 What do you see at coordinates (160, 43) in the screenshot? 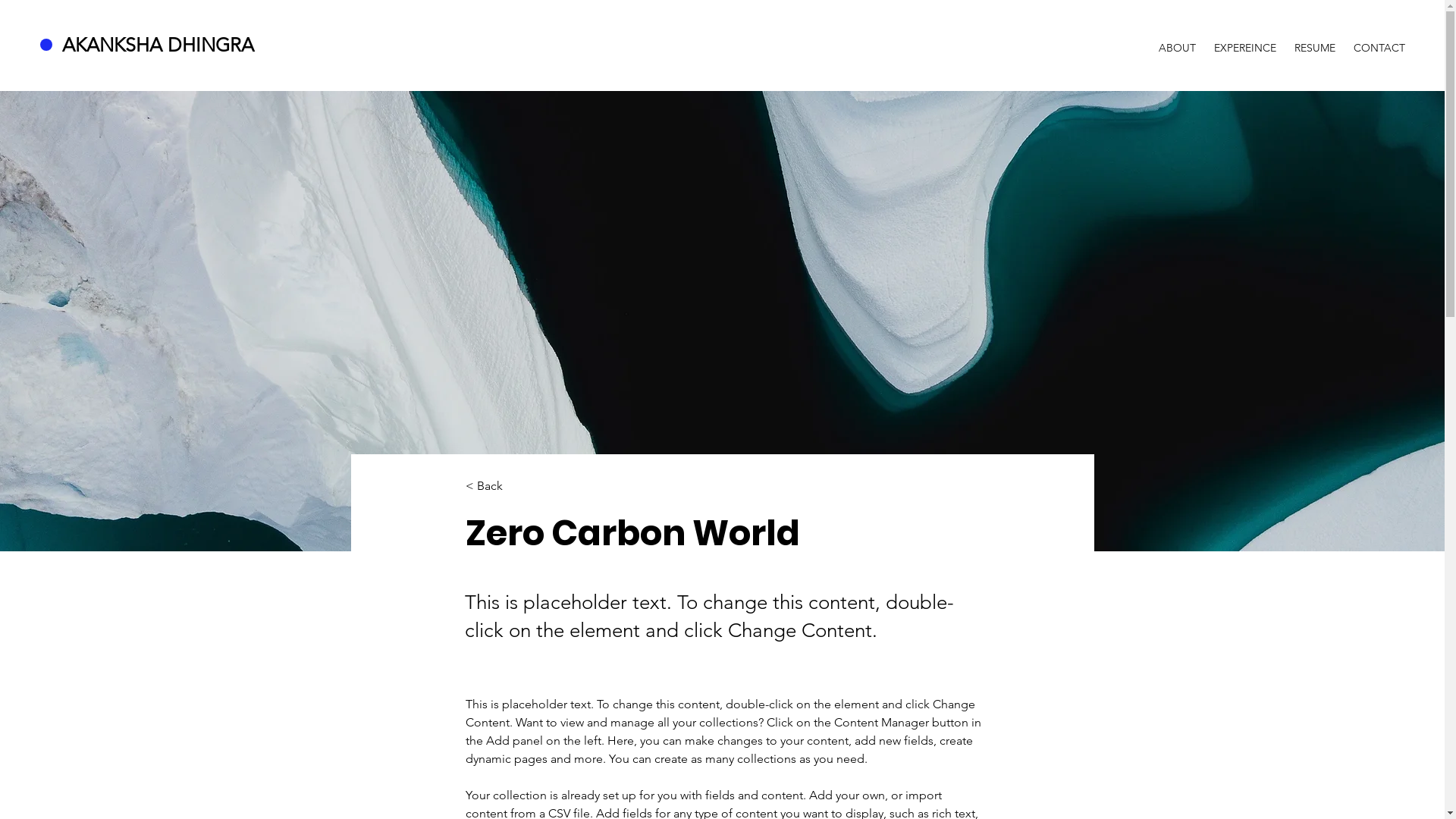
I see `'AKANKSHA DHINGRA '` at bounding box center [160, 43].